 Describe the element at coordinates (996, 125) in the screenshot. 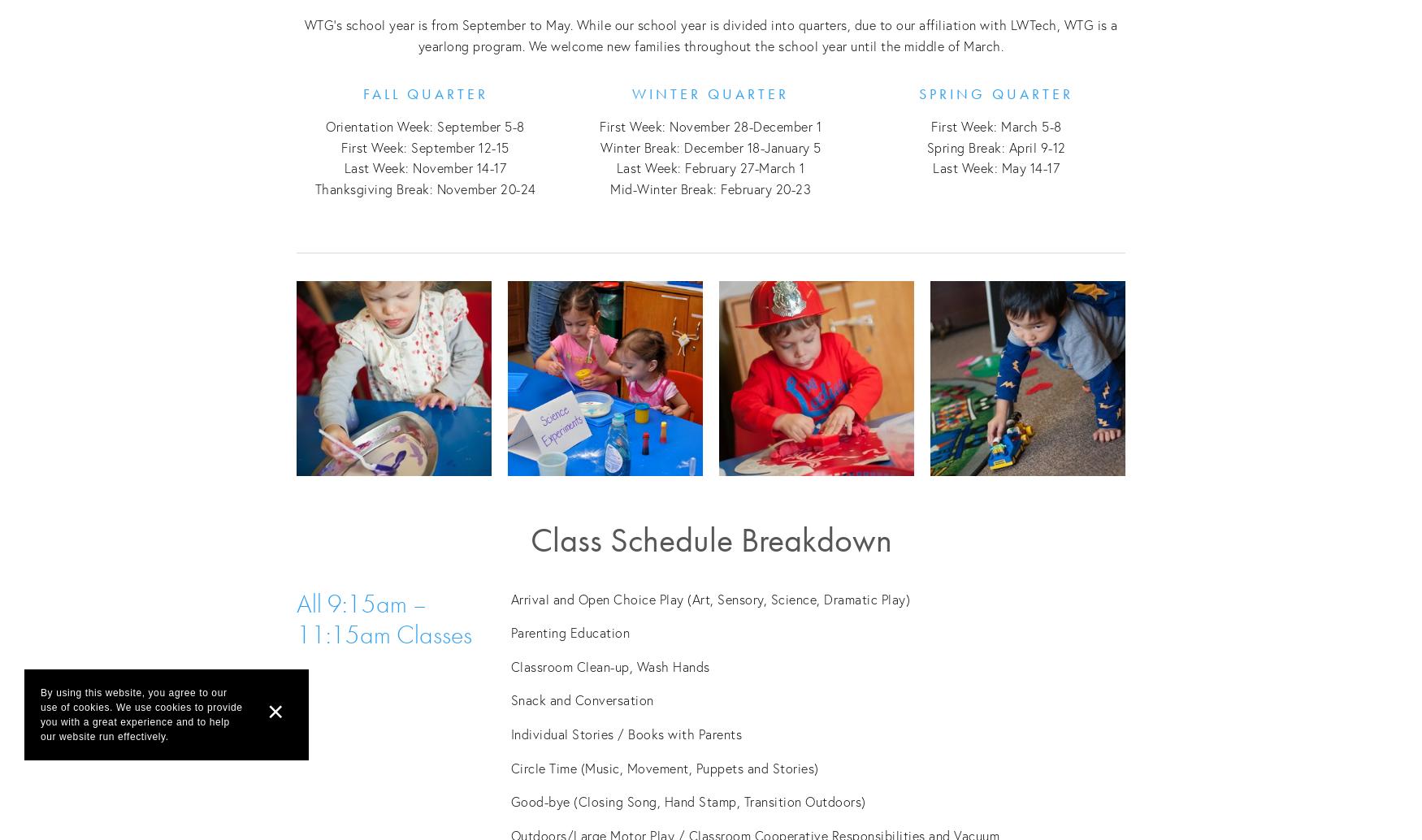

I see `'First Week: March 5-8'` at that location.